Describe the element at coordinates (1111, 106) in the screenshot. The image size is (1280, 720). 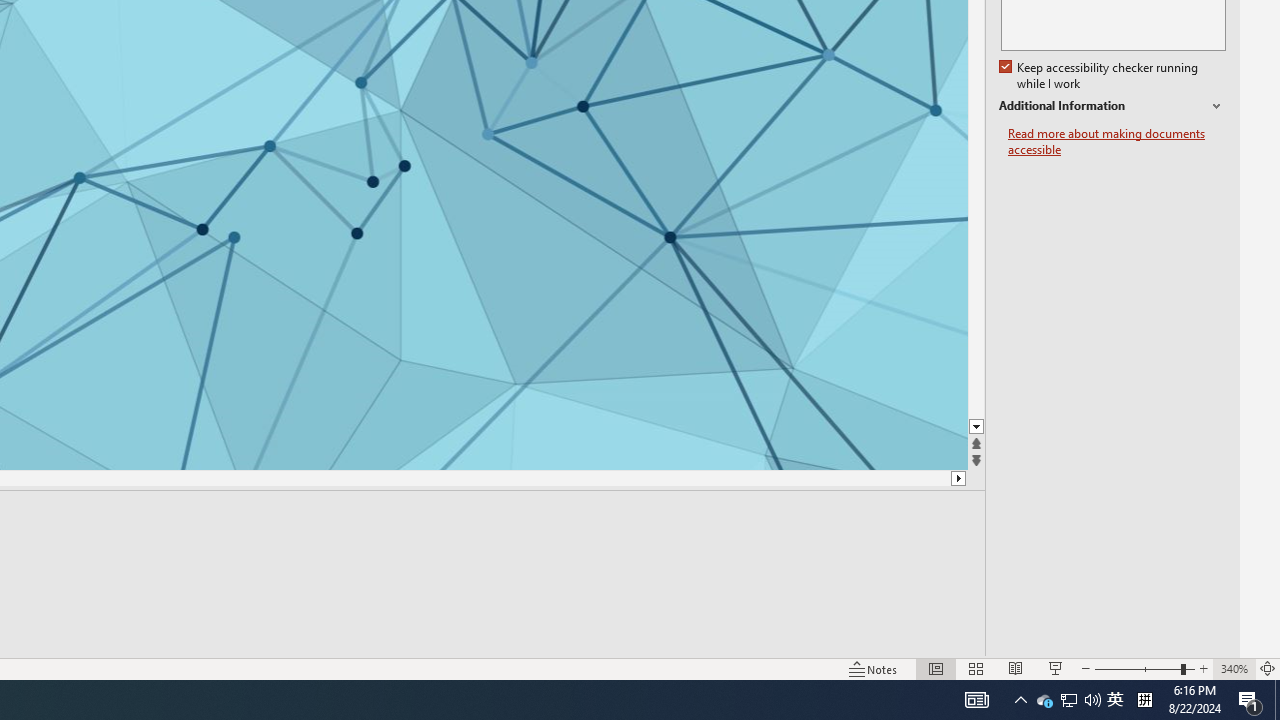
I see `'Additional Information'` at that location.